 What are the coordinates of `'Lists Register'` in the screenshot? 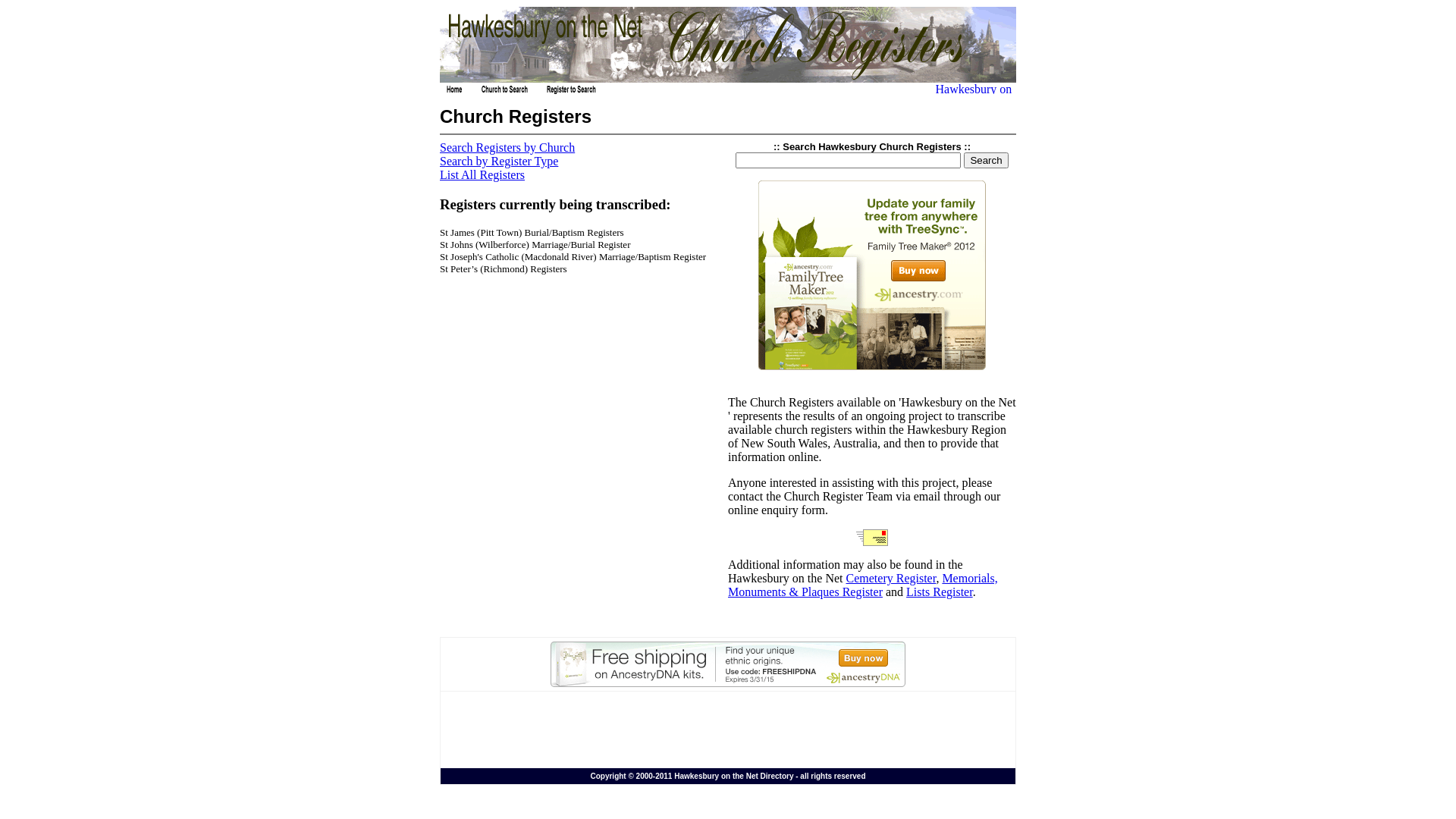 It's located at (938, 591).